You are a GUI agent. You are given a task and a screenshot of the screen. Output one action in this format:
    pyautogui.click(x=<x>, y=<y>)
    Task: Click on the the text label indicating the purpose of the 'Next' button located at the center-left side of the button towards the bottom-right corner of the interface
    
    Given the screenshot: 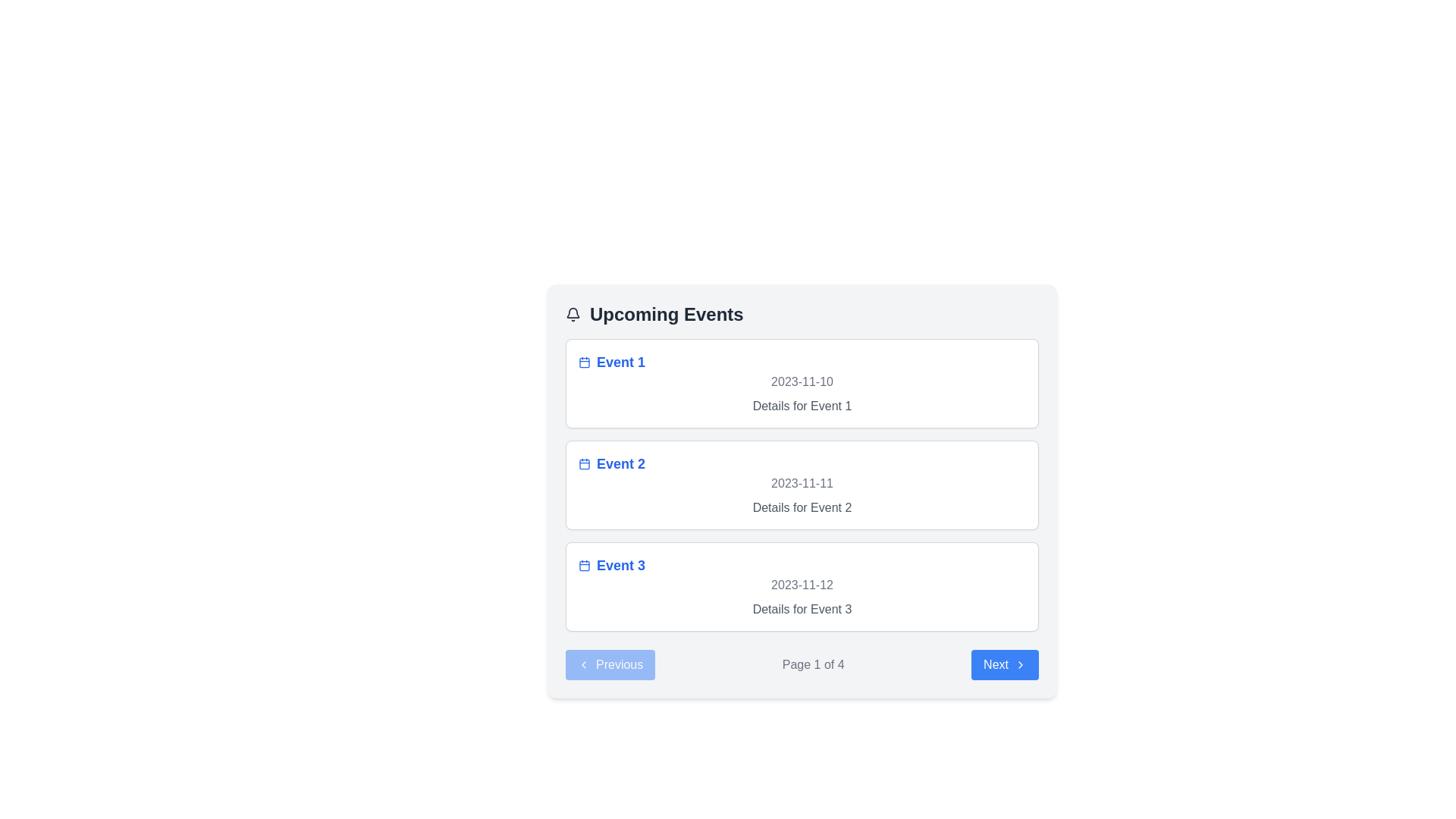 What is the action you would take?
    pyautogui.click(x=996, y=664)
    